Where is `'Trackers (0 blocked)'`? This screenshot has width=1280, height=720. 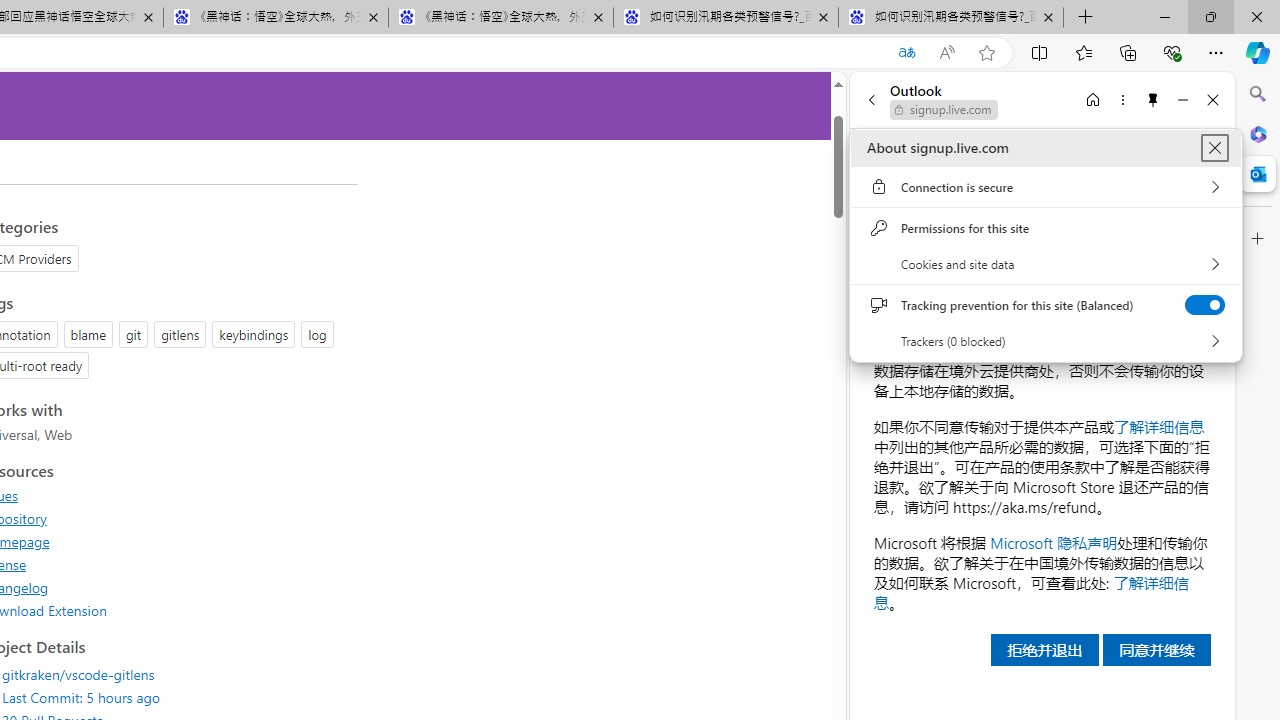
'Trackers (0 blocked)' is located at coordinates (1045, 340).